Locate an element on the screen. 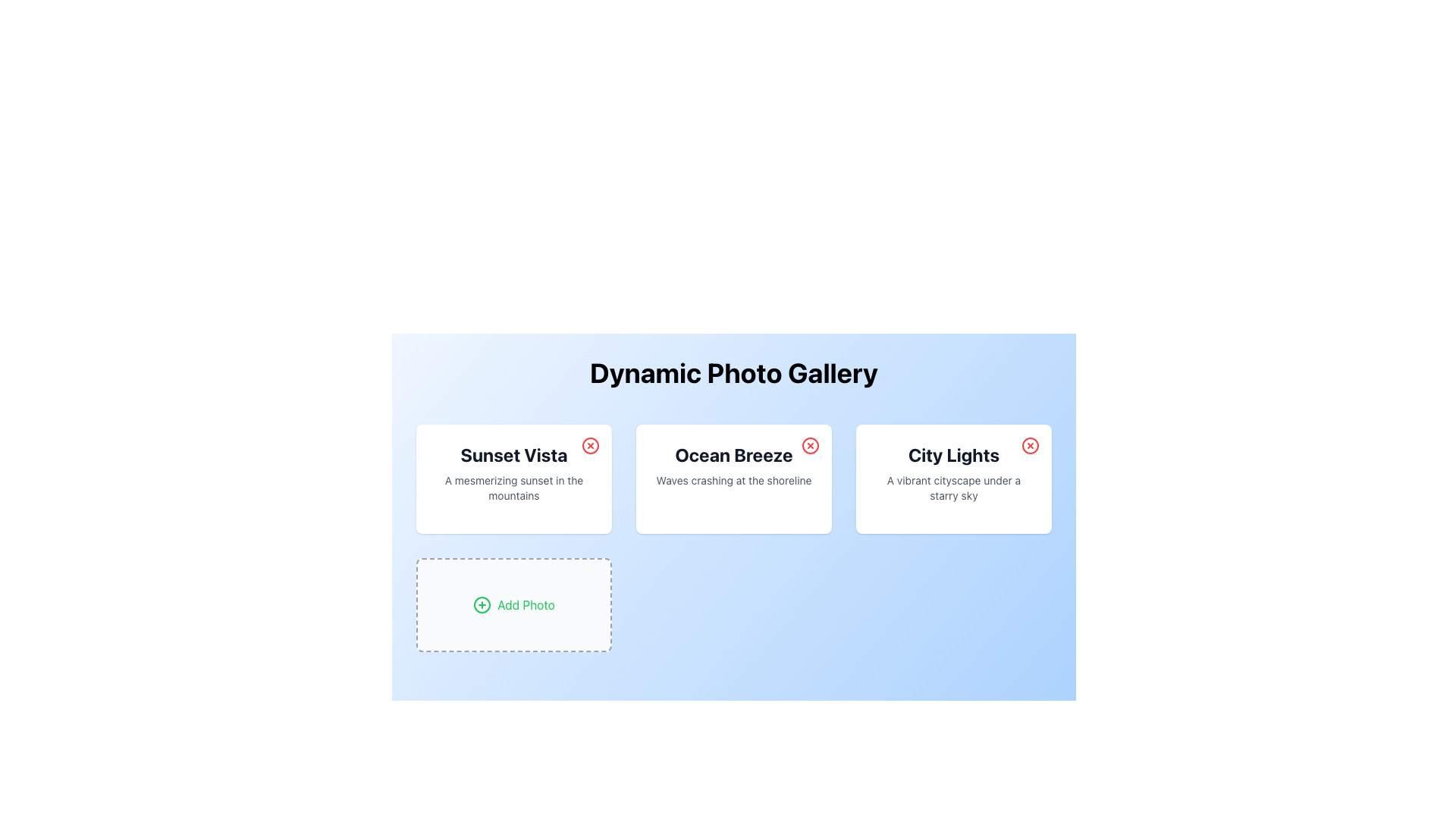  text block that displays 'Ocean Breeze' in bold and 'Waves crashing at the shoreline' below it, located in the center of a white card with rounded corners is located at coordinates (734, 464).